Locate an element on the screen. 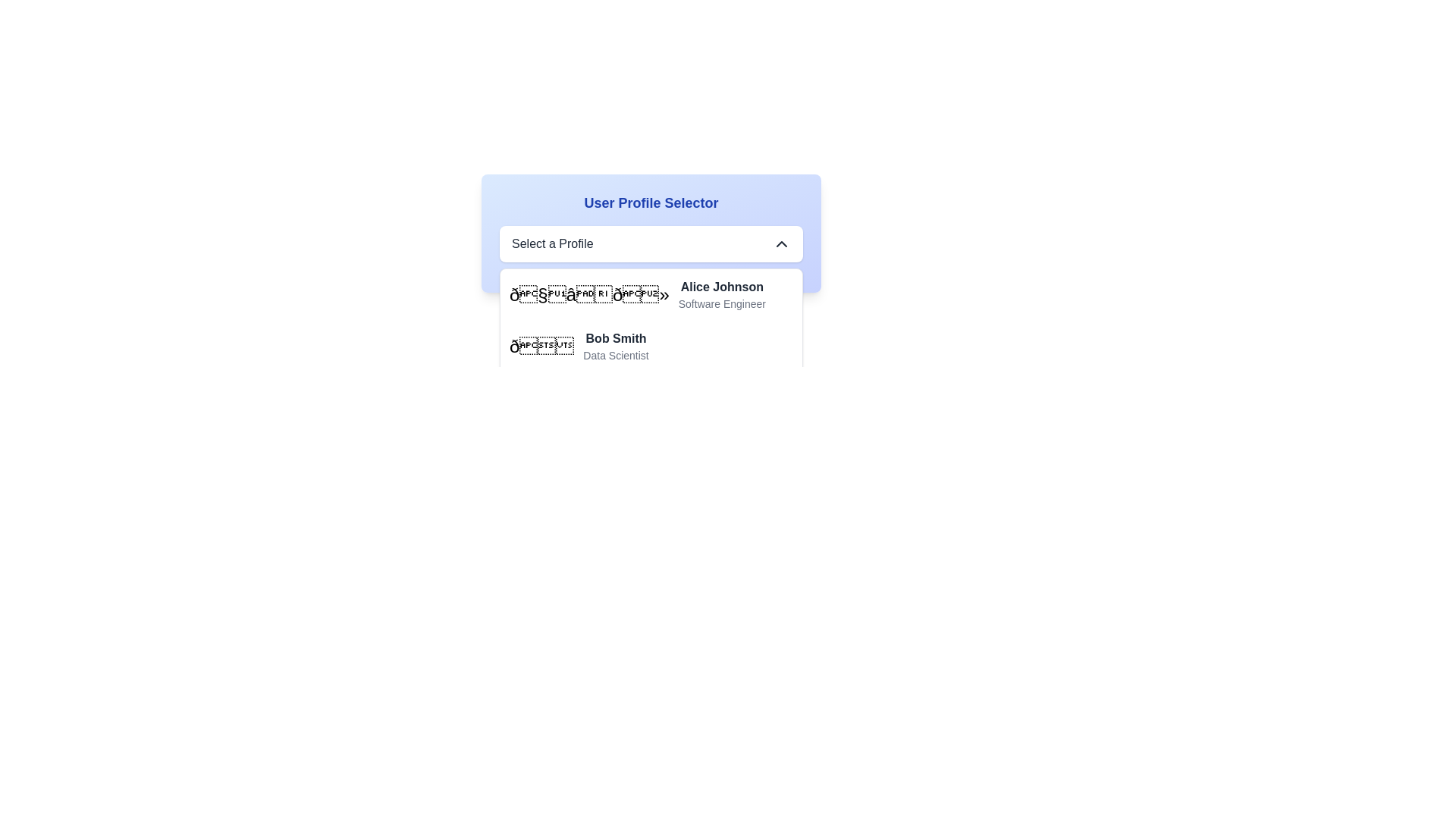 Image resolution: width=1456 pixels, height=819 pixels. the first item in the 'User Profile Selector' dropdown menu is located at coordinates (651, 295).